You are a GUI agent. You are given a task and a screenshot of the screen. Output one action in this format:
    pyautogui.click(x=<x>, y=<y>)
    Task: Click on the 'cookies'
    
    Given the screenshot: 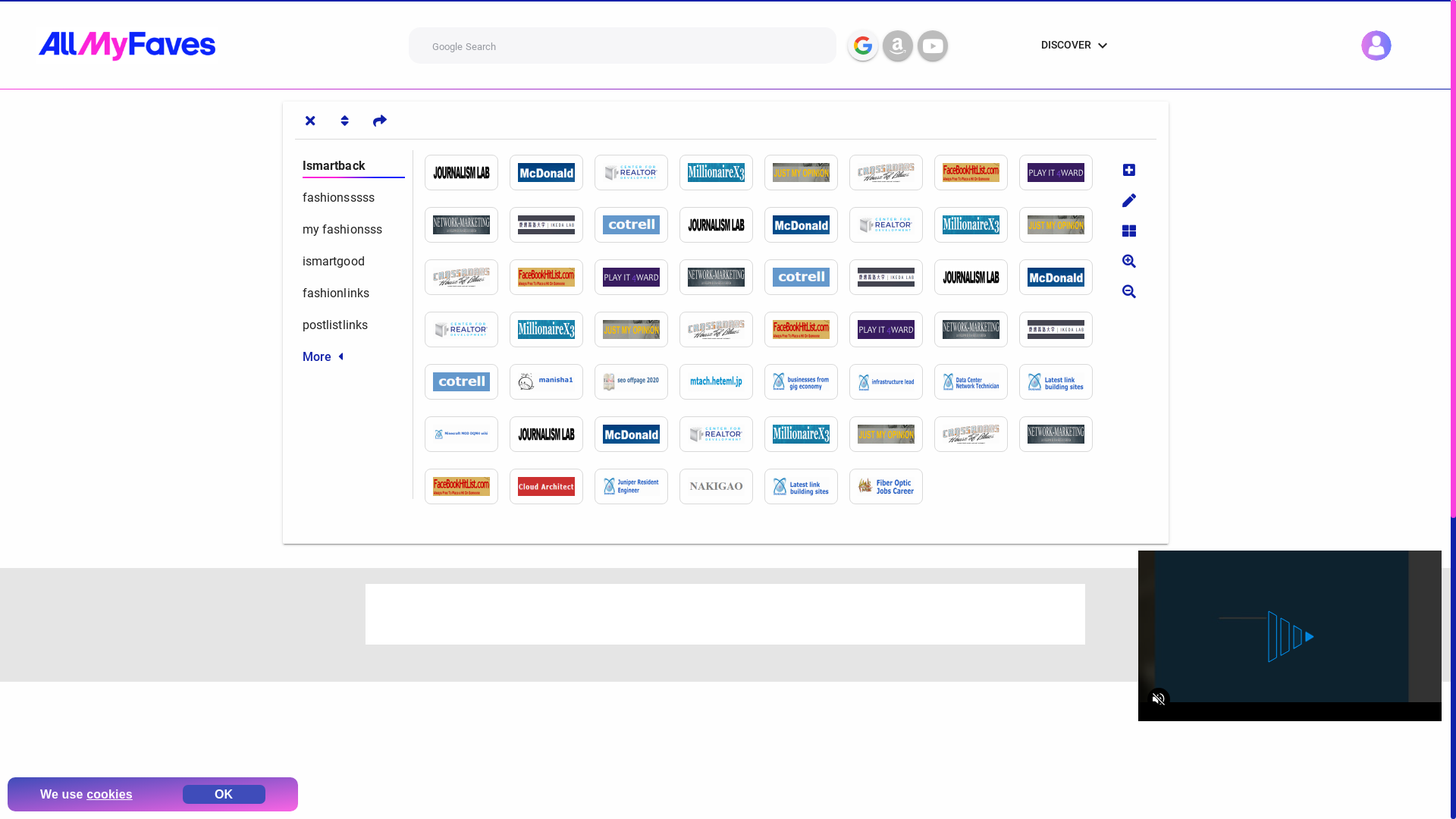 What is the action you would take?
    pyautogui.click(x=108, y=792)
    